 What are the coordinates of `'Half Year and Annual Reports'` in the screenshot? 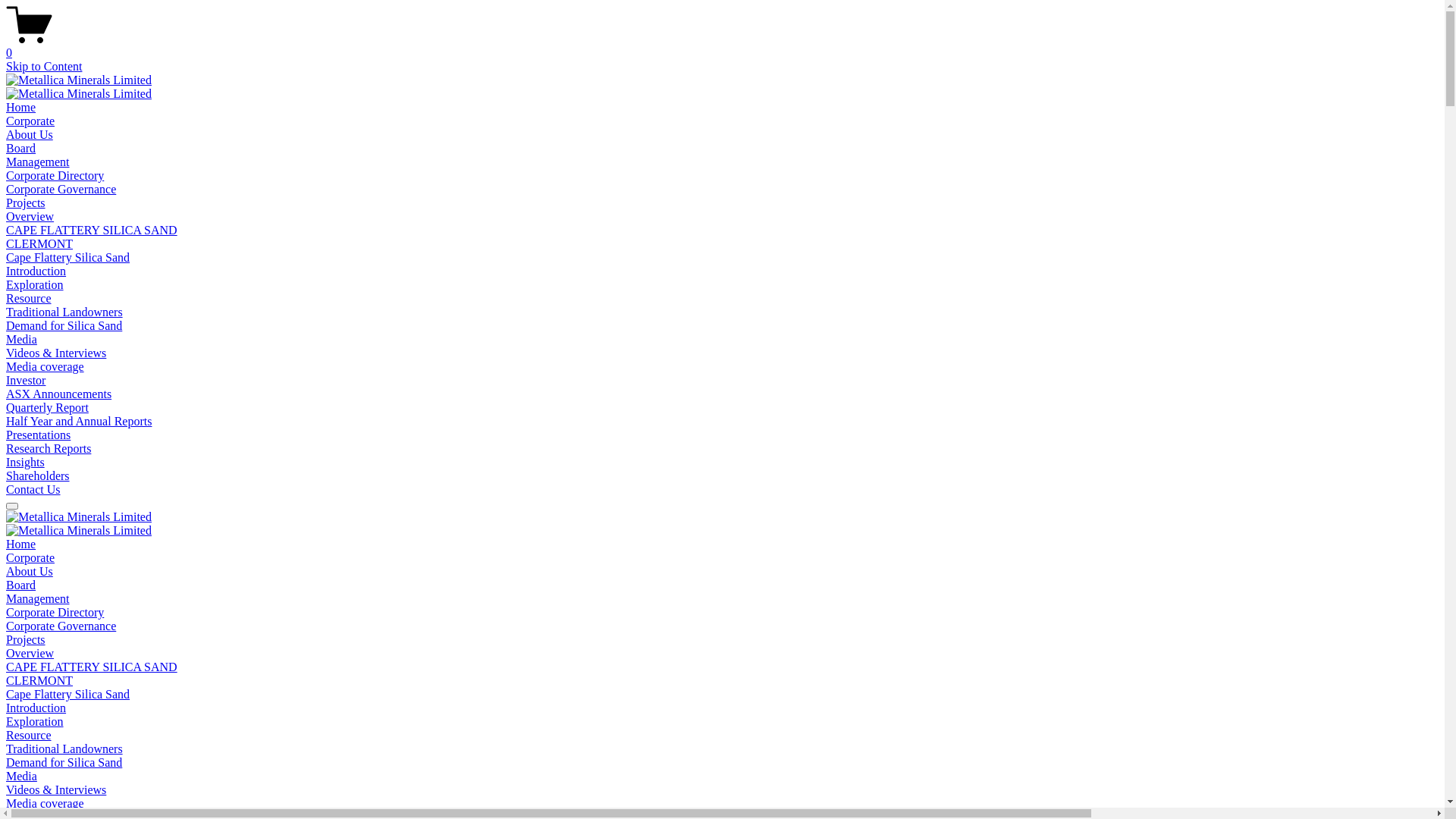 It's located at (78, 421).